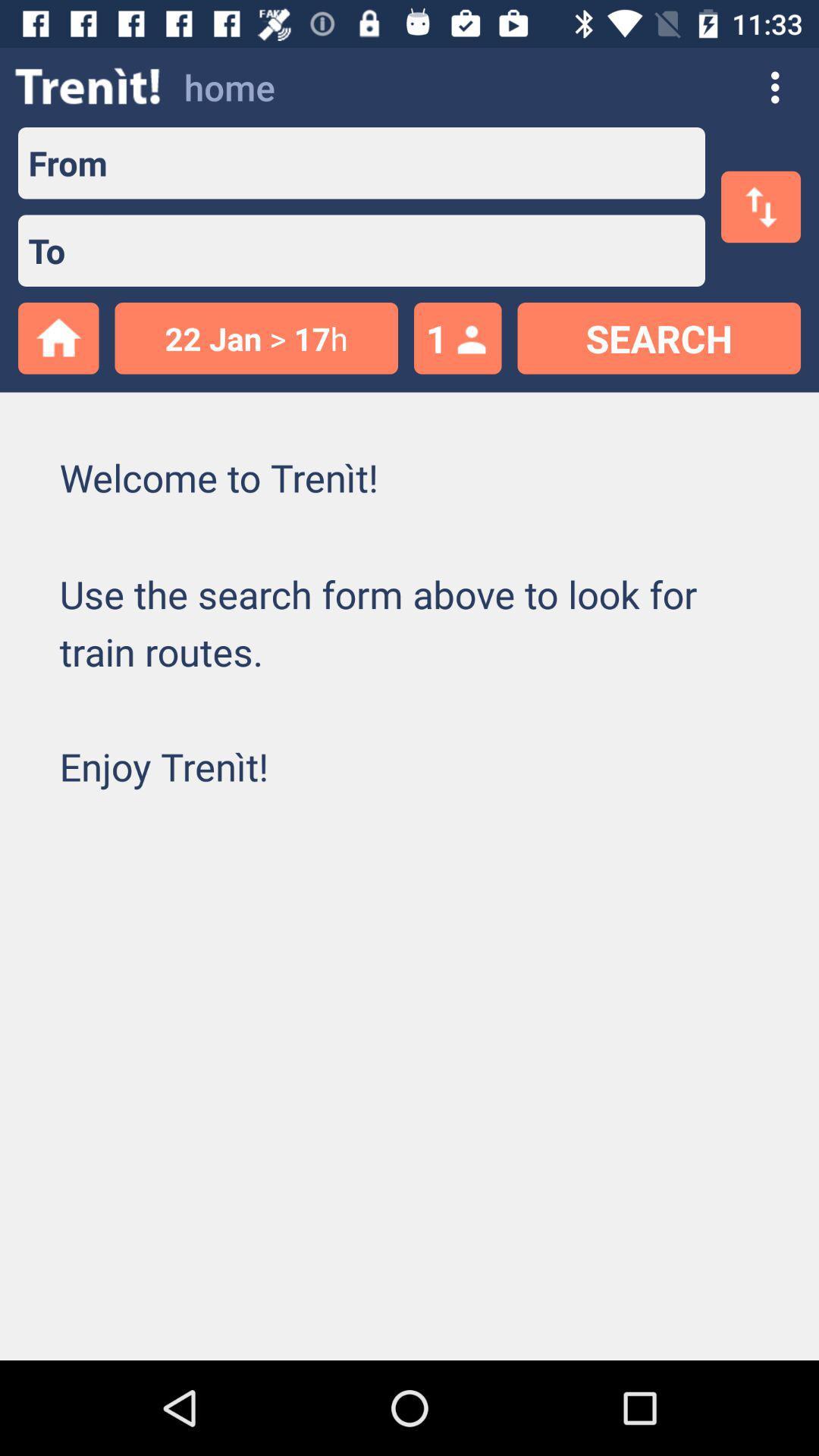 Image resolution: width=819 pixels, height=1456 pixels. What do you see at coordinates (88, 86) in the screenshot?
I see `item next to the home icon` at bounding box center [88, 86].